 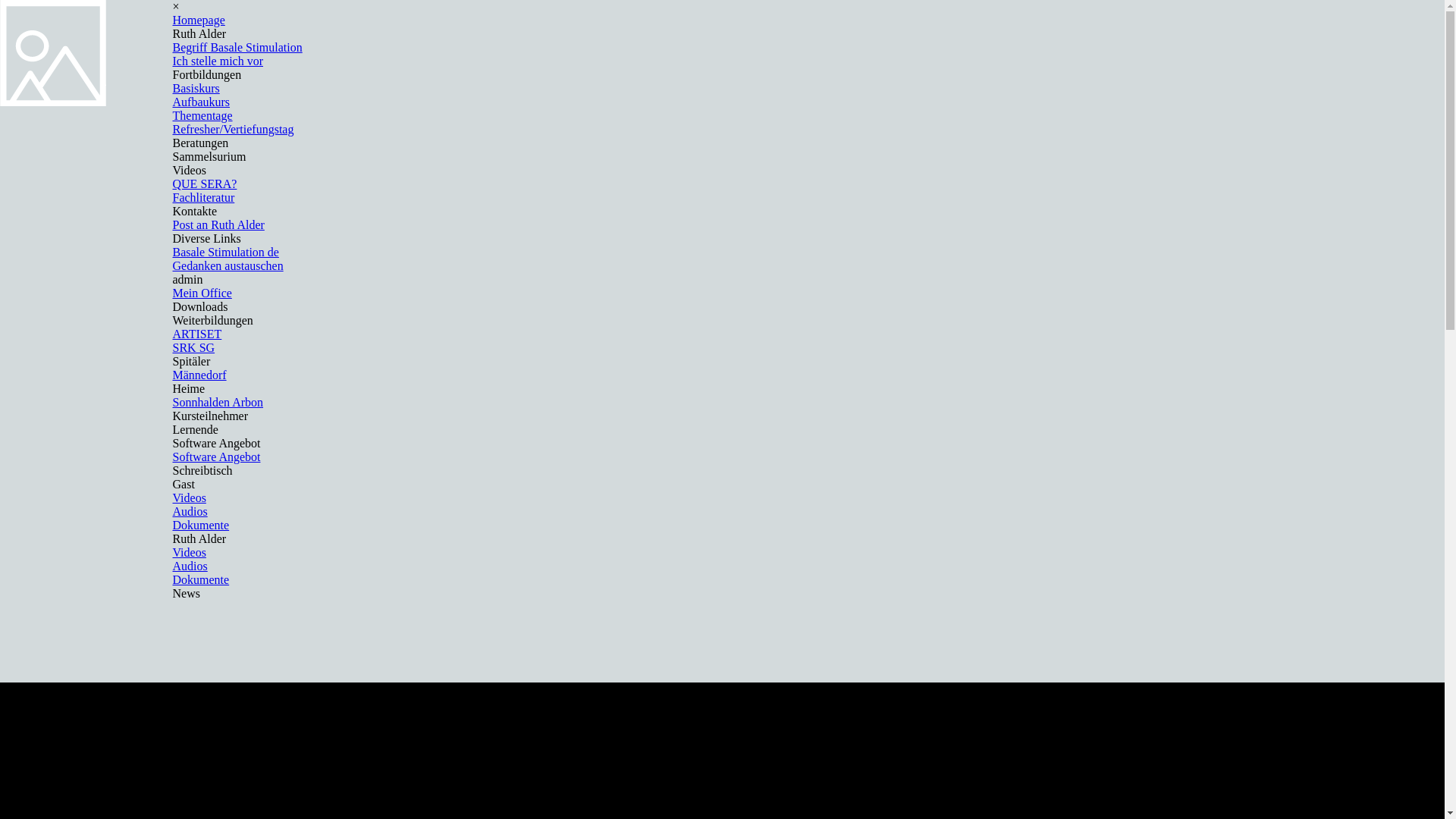 What do you see at coordinates (232, 128) in the screenshot?
I see `'Refresher/Vertiefungstag'` at bounding box center [232, 128].